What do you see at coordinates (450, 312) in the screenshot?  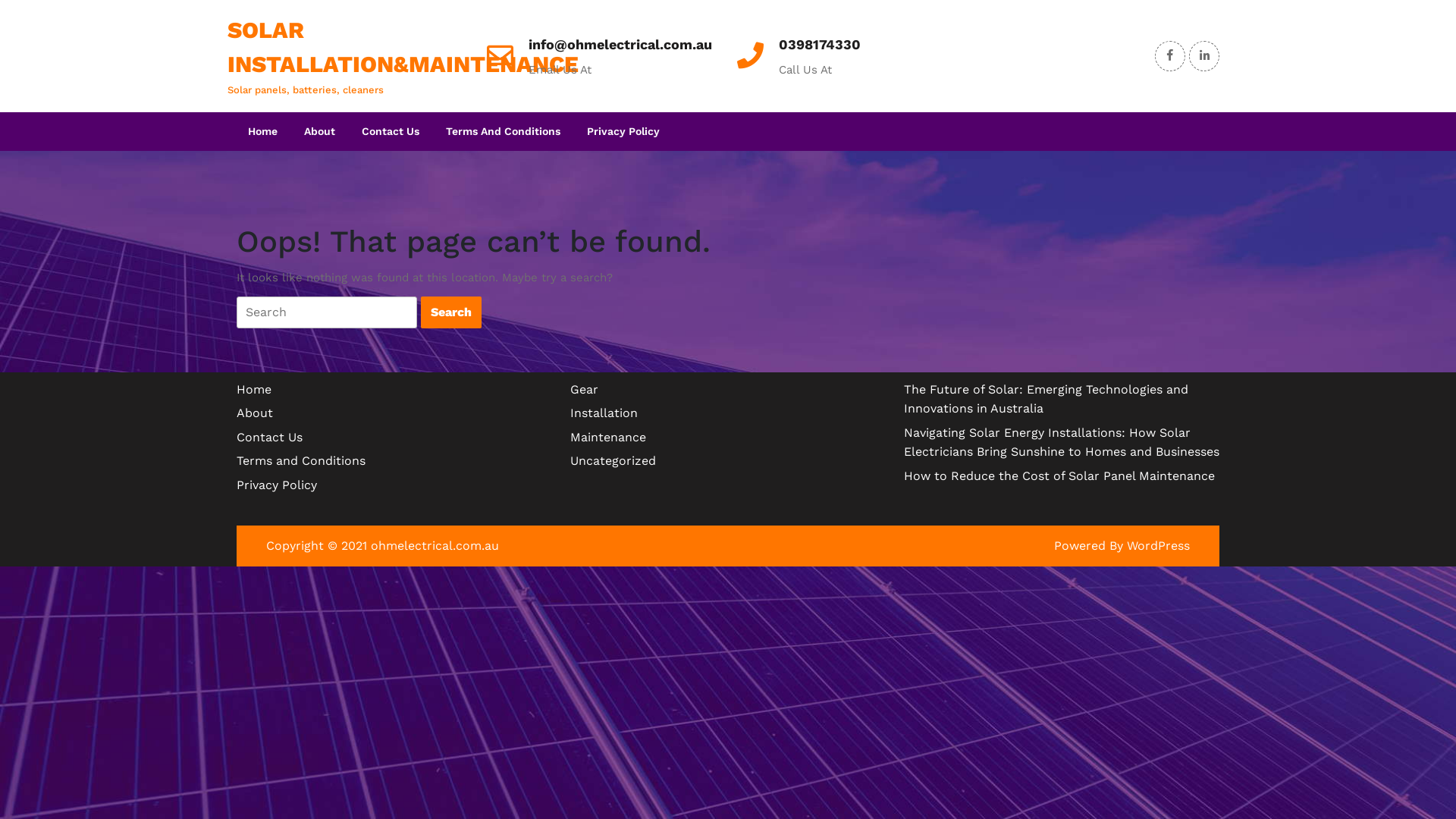 I see `'Search'` at bounding box center [450, 312].